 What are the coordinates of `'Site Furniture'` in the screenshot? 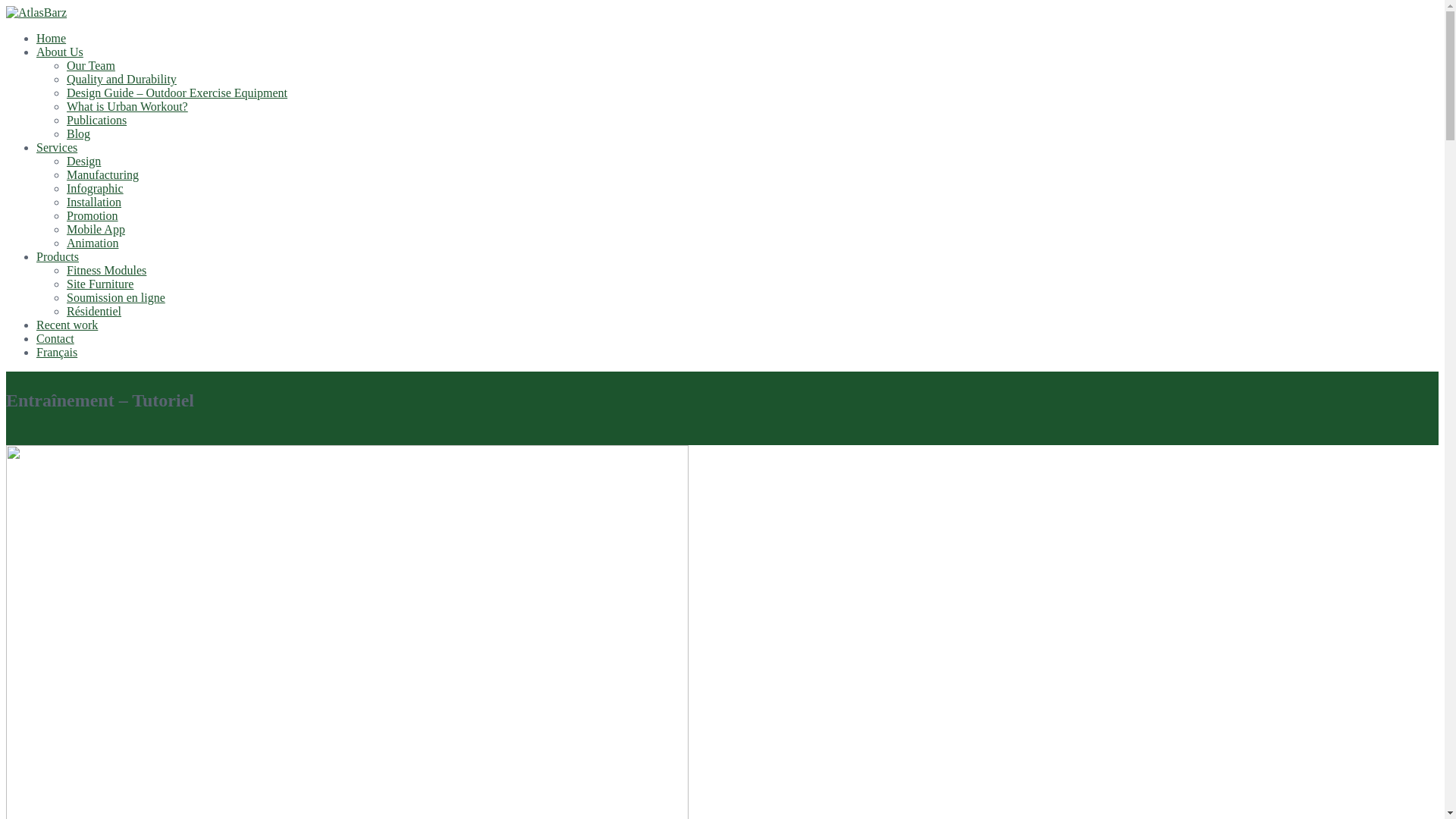 It's located at (99, 284).